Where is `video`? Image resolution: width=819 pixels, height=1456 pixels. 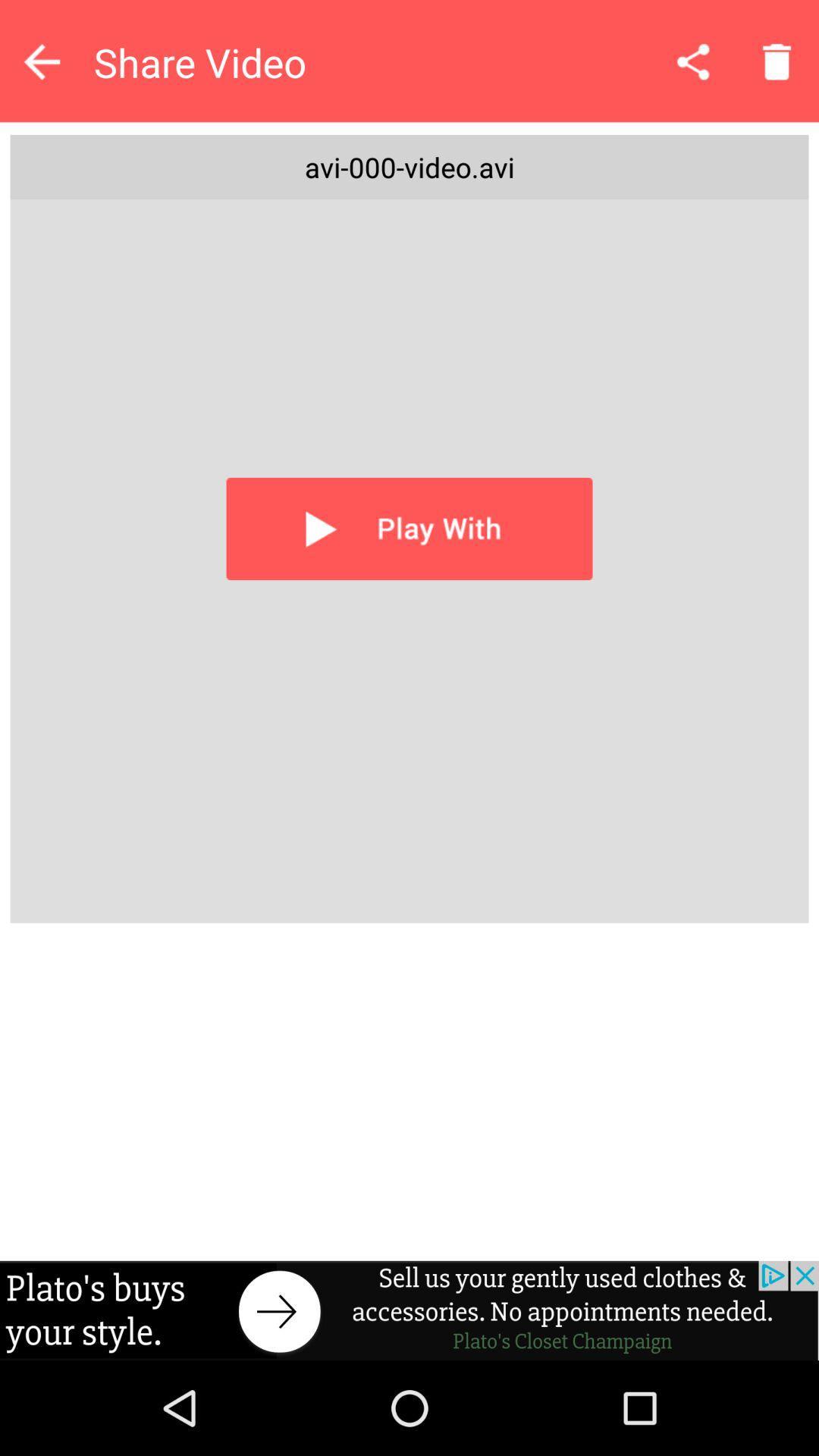 video is located at coordinates (409, 529).